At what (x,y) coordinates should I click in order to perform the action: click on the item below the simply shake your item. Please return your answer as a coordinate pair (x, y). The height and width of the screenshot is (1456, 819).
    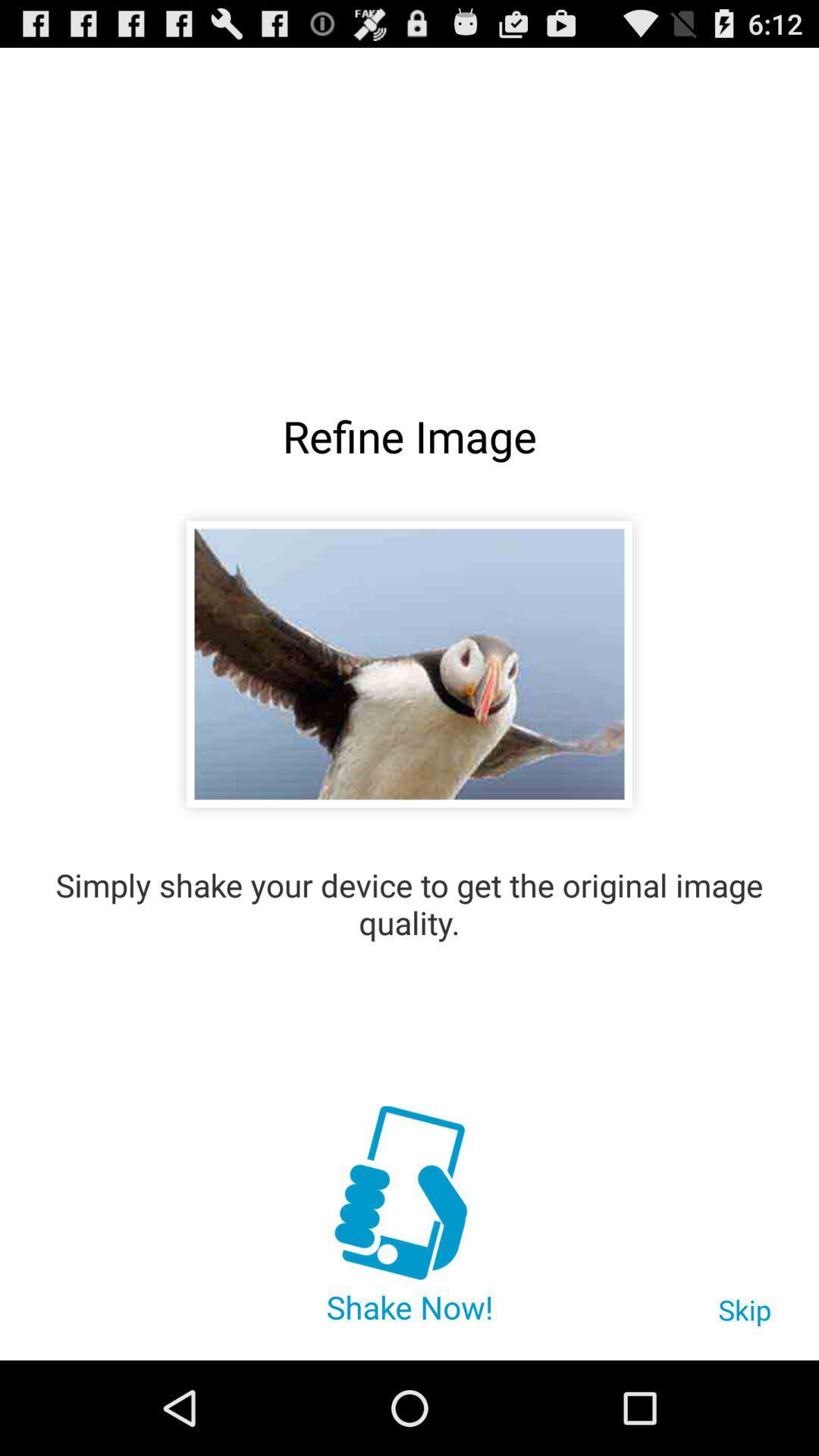
    Looking at the image, I should click on (744, 1316).